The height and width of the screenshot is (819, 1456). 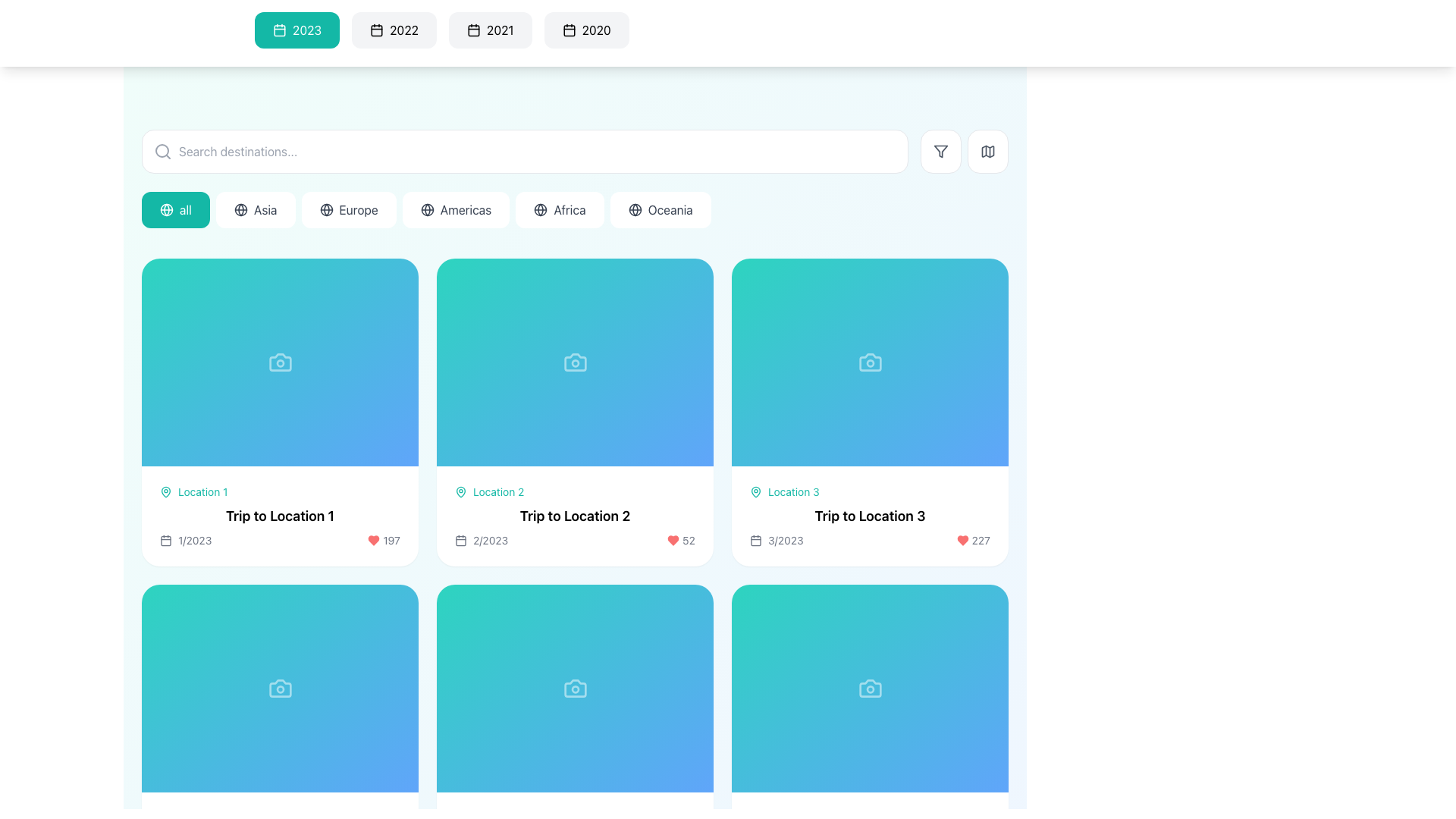 What do you see at coordinates (374, 539) in the screenshot?
I see `the SVG Icon indicating the 'favorite' or 'like' status for the 'Trip to Location 2' card, located in the bottom-right corner adjacent to the red numerical data` at bounding box center [374, 539].